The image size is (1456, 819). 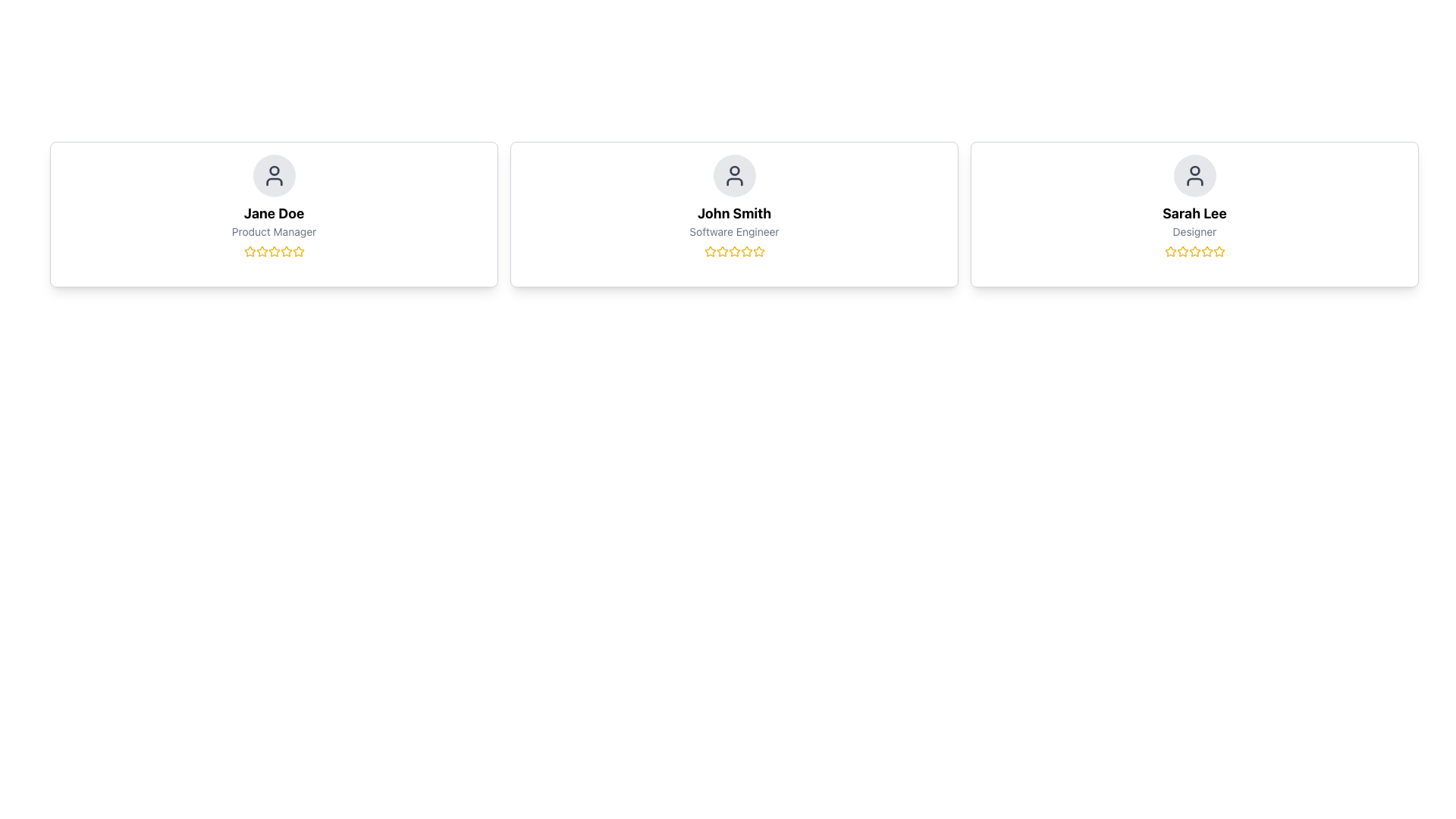 What do you see at coordinates (1206, 250) in the screenshot?
I see `the fifth star-shaped icon with a golden yellow outline in the rating system below 'Sarah Lee' to provide a rating` at bounding box center [1206, 250].